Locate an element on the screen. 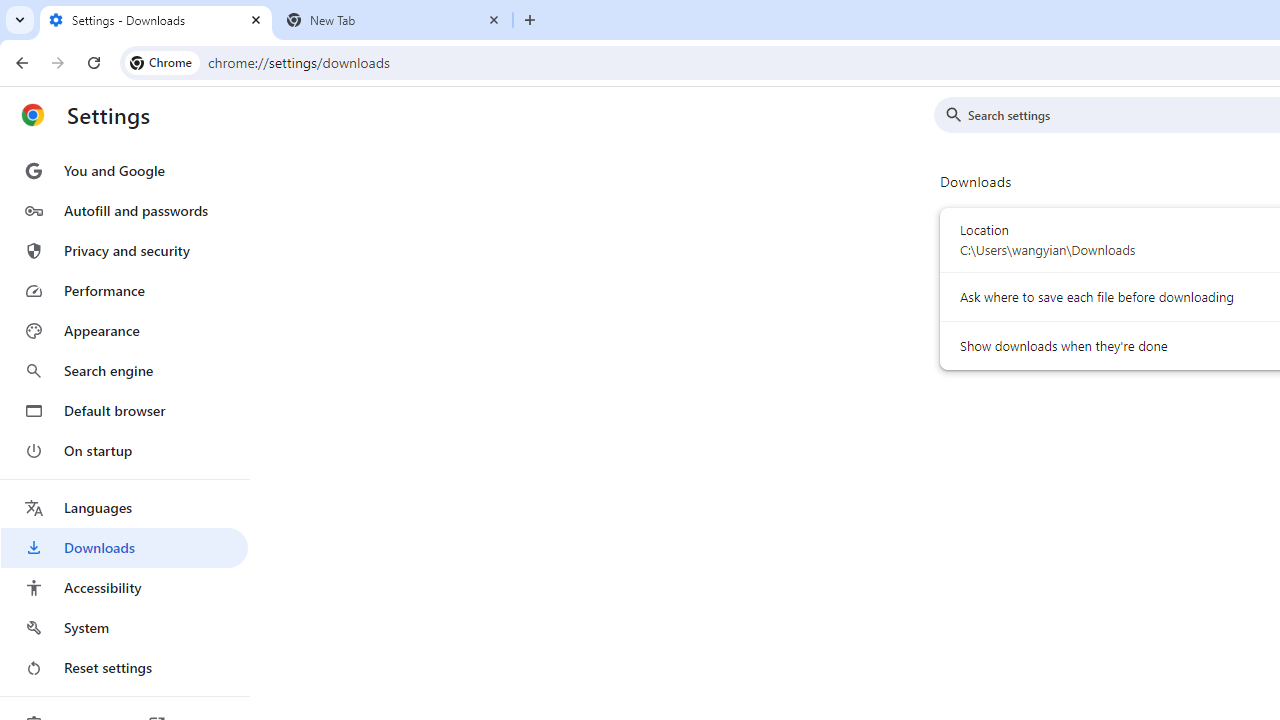  'Search engine' is located at coordinates (123, 371).